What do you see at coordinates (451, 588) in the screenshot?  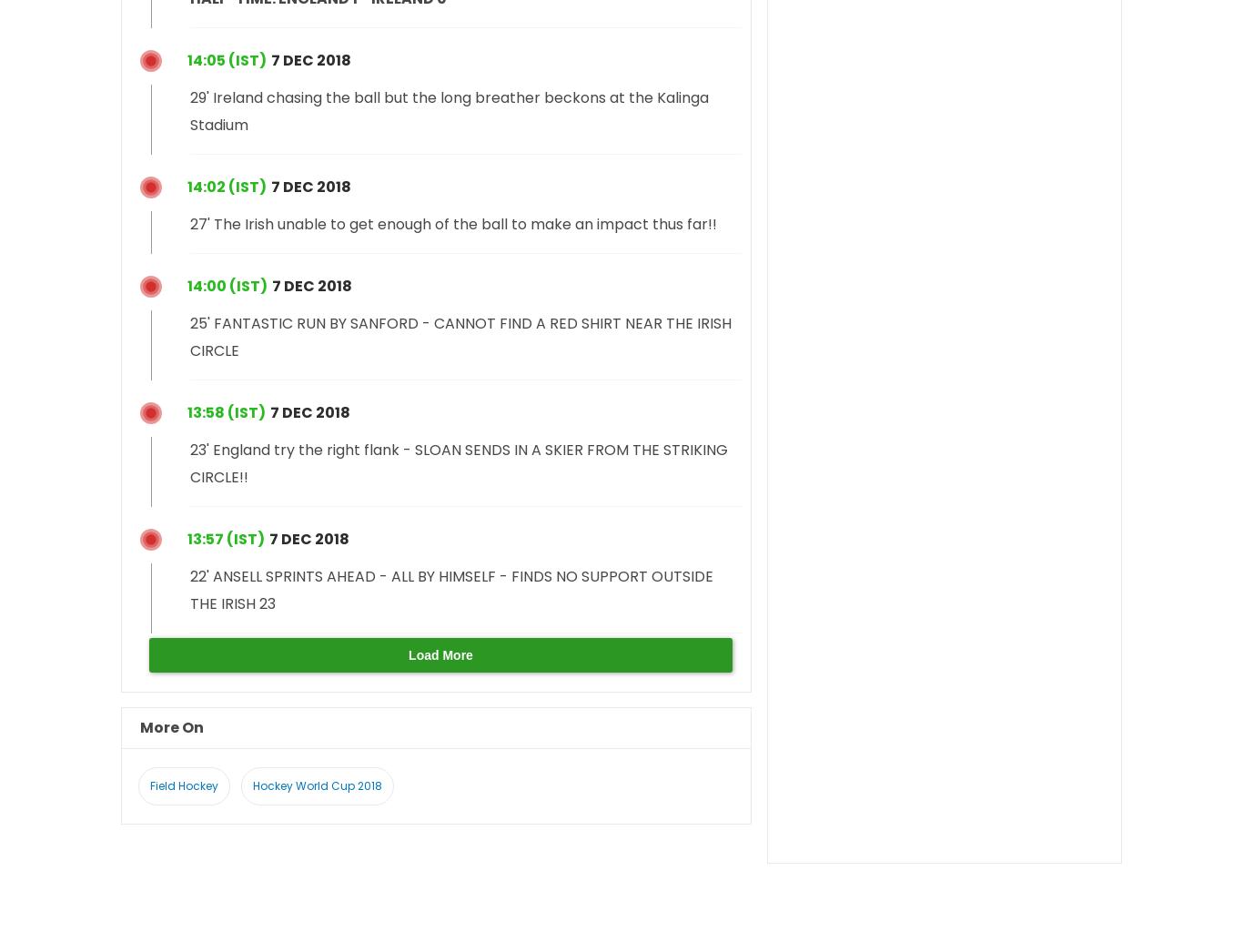 I see `'22' ANSELL SPRINTS AHEAD - ALL BY HIMSELF - FINDS NO SUPPORT OUTSIDE THE IRISH 23'` at bounding box center [451, 588].